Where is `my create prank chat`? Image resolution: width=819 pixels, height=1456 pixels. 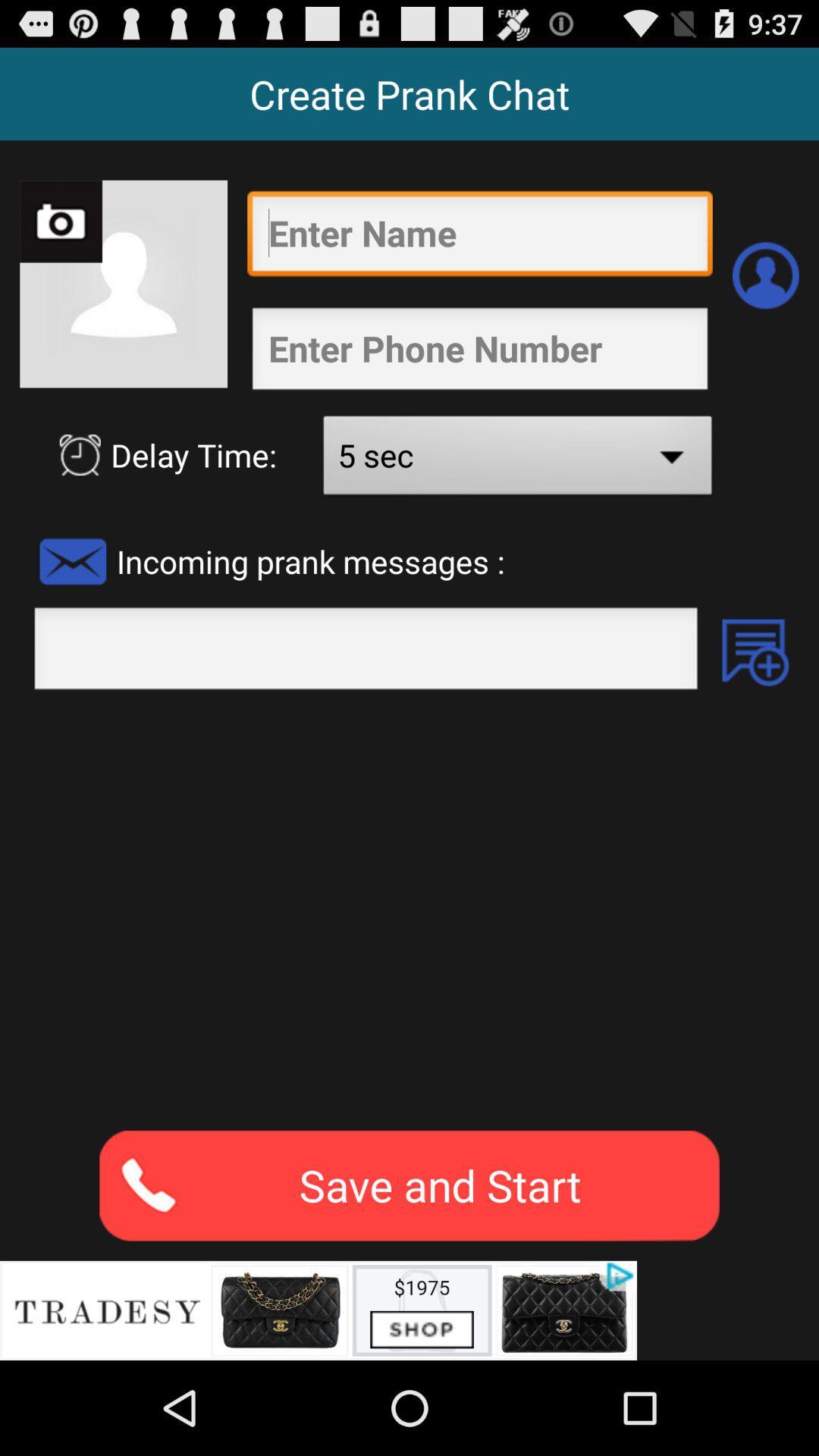
my create prank chat is located at coordinates (479, 352).